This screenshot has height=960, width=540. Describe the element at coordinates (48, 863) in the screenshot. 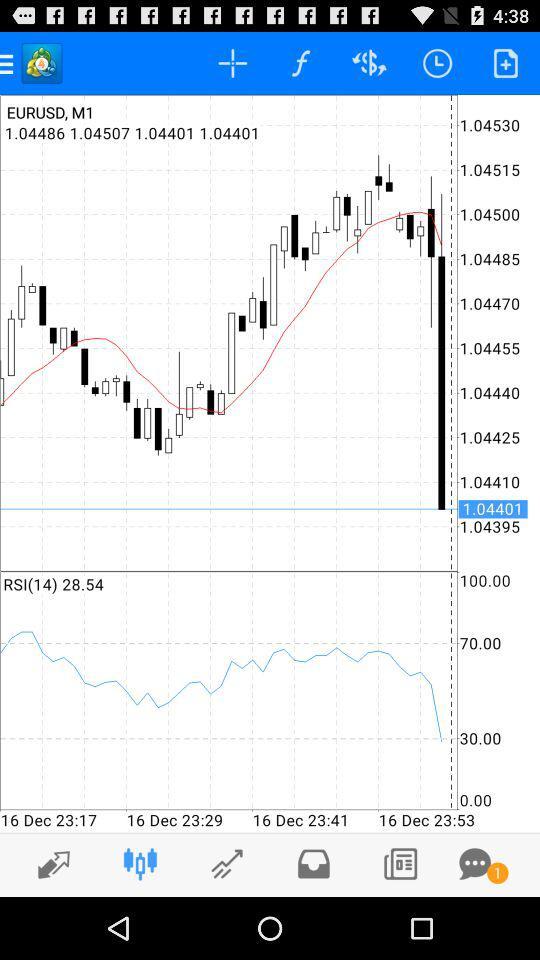

I see `enlarge screen` at that location.